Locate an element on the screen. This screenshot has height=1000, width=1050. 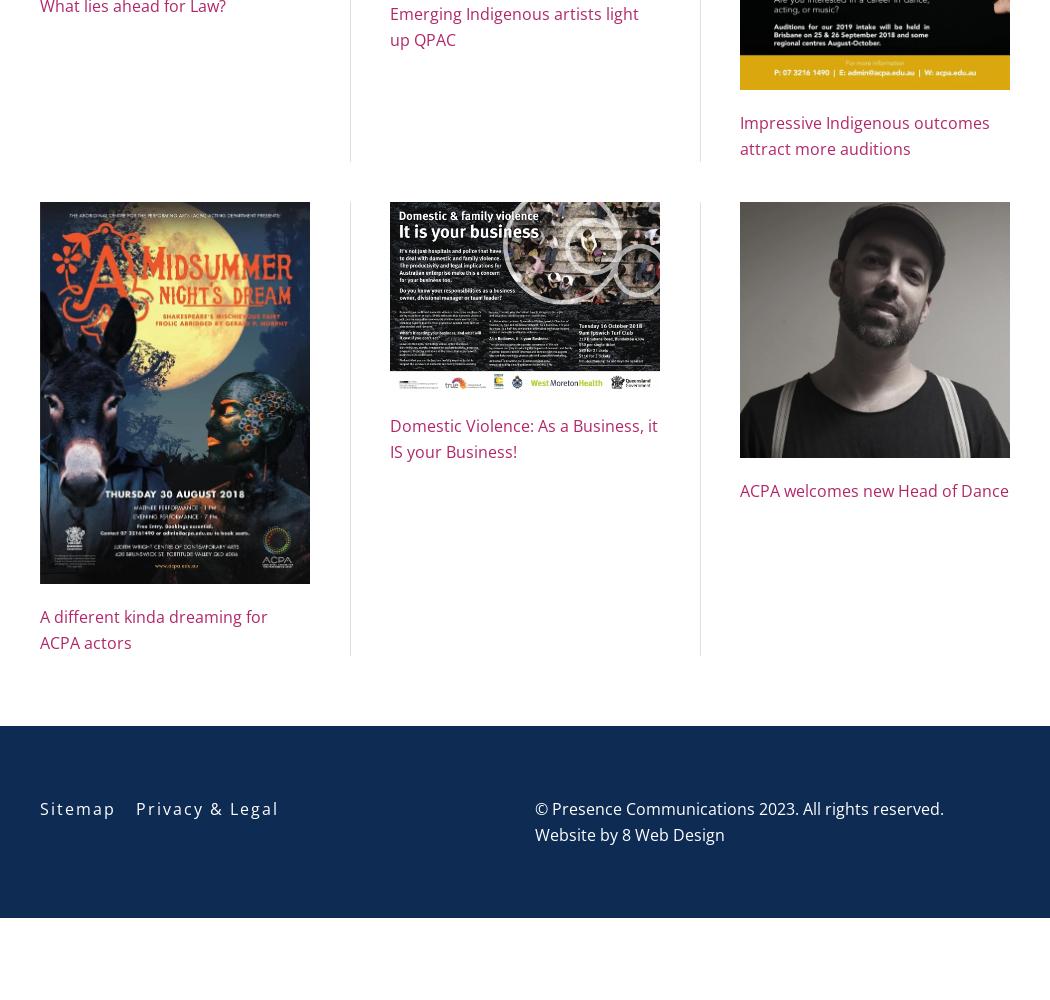
'© Presence Communications 2023. All rights reserved.' is located at coordinates (534, 808).